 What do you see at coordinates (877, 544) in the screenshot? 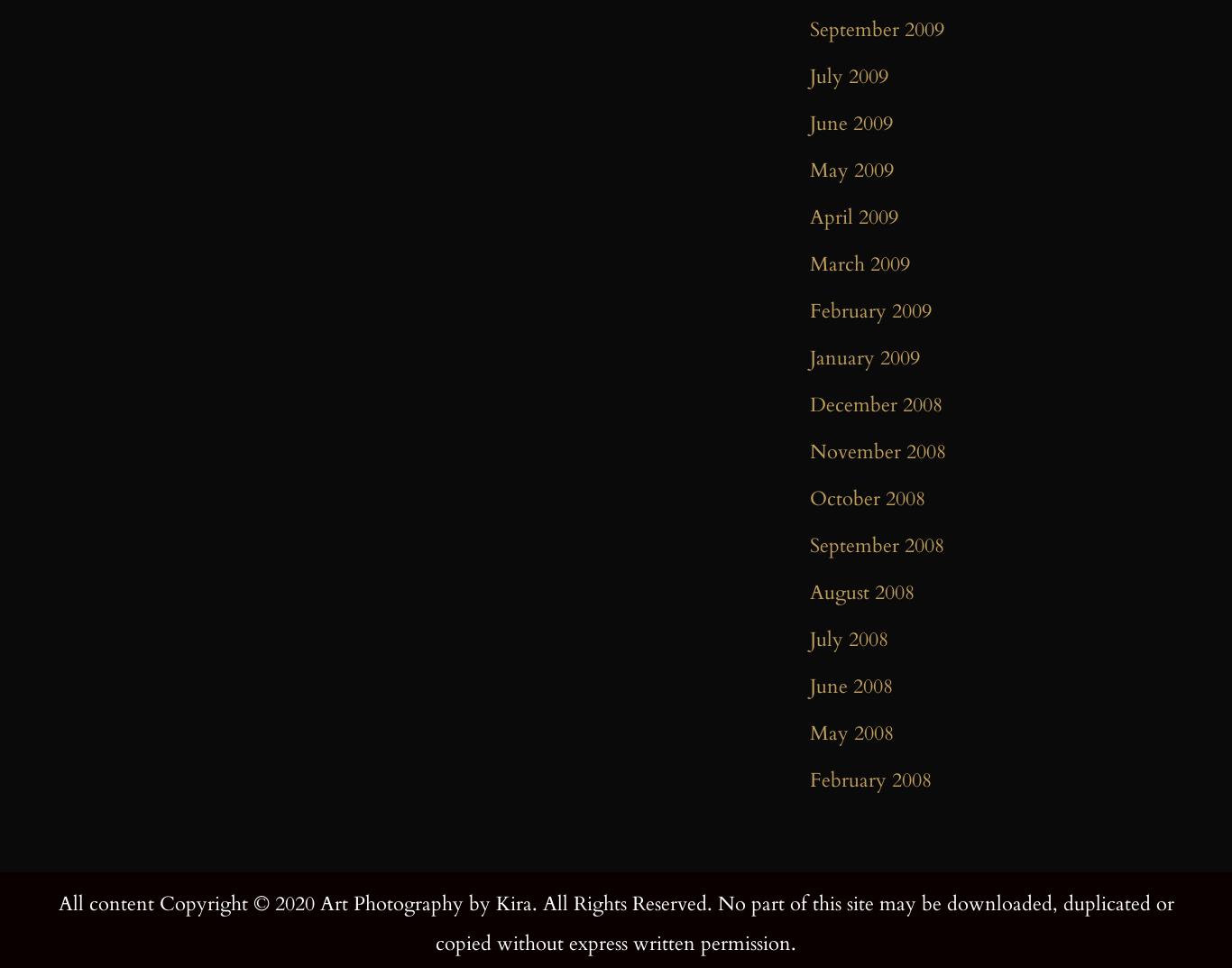
I see `'September 2008'` at bounding box center [877, 544].